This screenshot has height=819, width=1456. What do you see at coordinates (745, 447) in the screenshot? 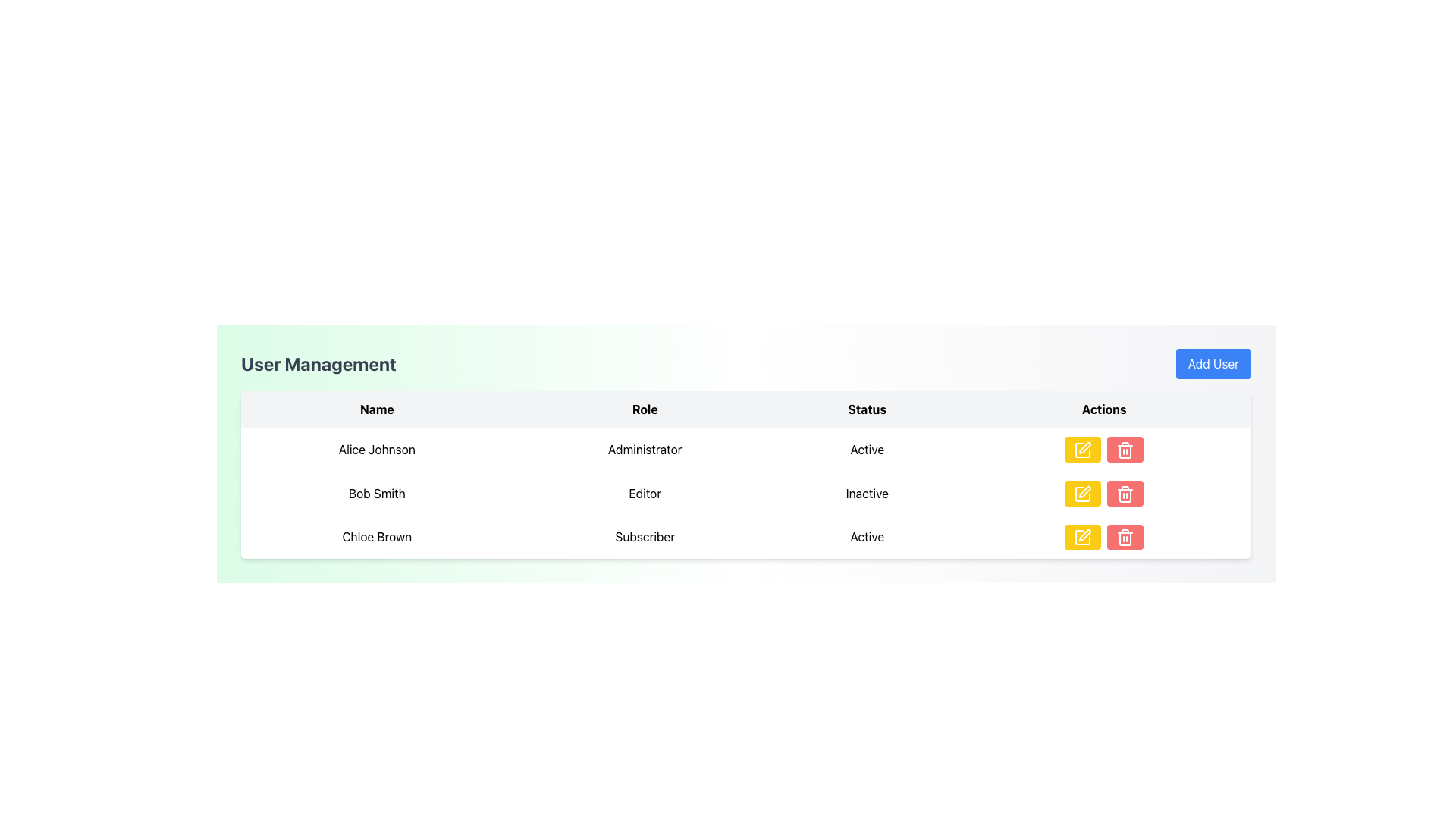
I see `the table row displaying 'Alice Johnson' in the 'User Management' section` at bounding box center [745, 447].